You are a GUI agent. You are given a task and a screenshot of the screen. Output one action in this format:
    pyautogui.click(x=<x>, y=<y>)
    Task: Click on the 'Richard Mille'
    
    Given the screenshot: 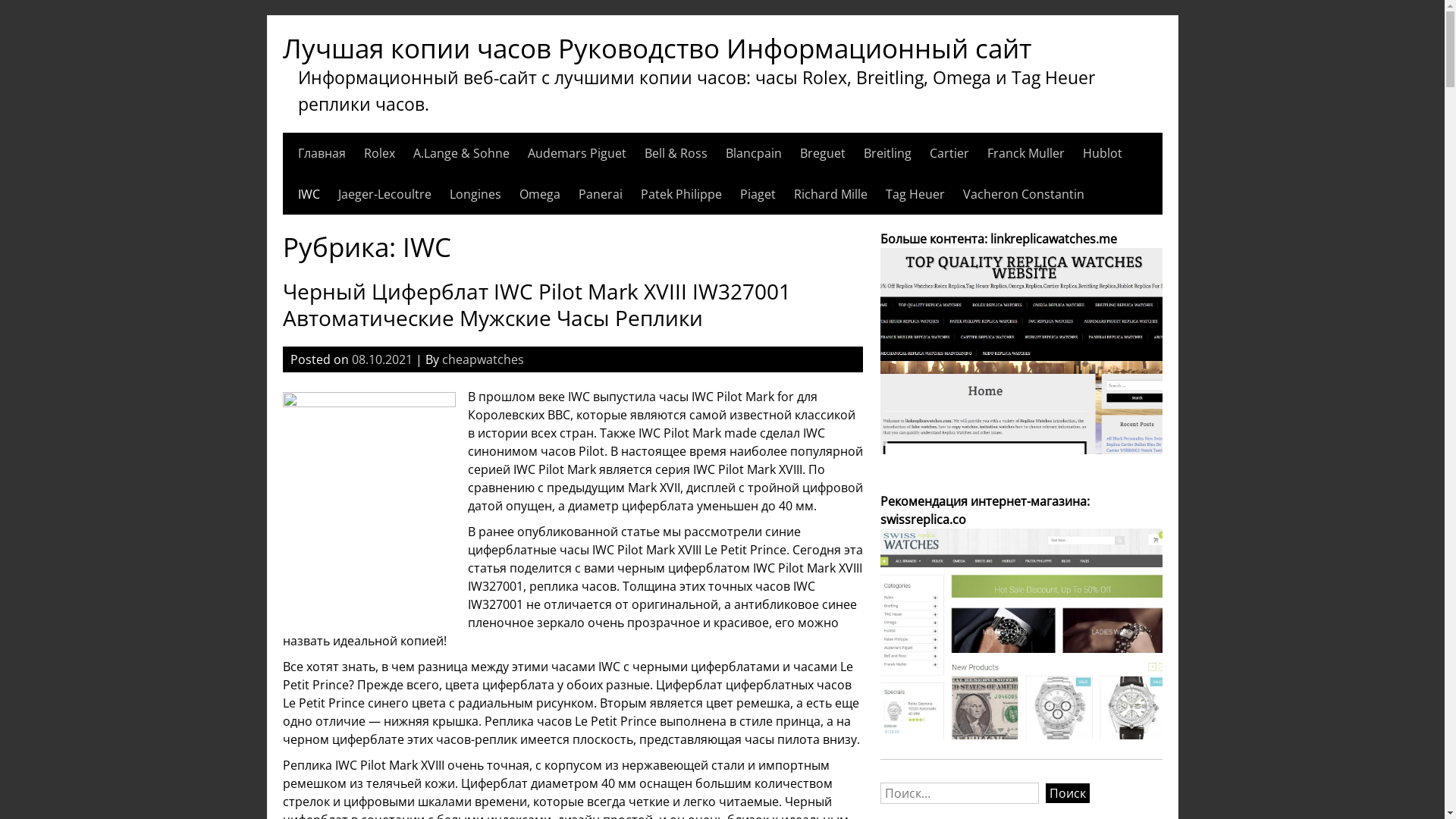 What is the action you would take?
    pyautogui.click(x=829, y=193)
    